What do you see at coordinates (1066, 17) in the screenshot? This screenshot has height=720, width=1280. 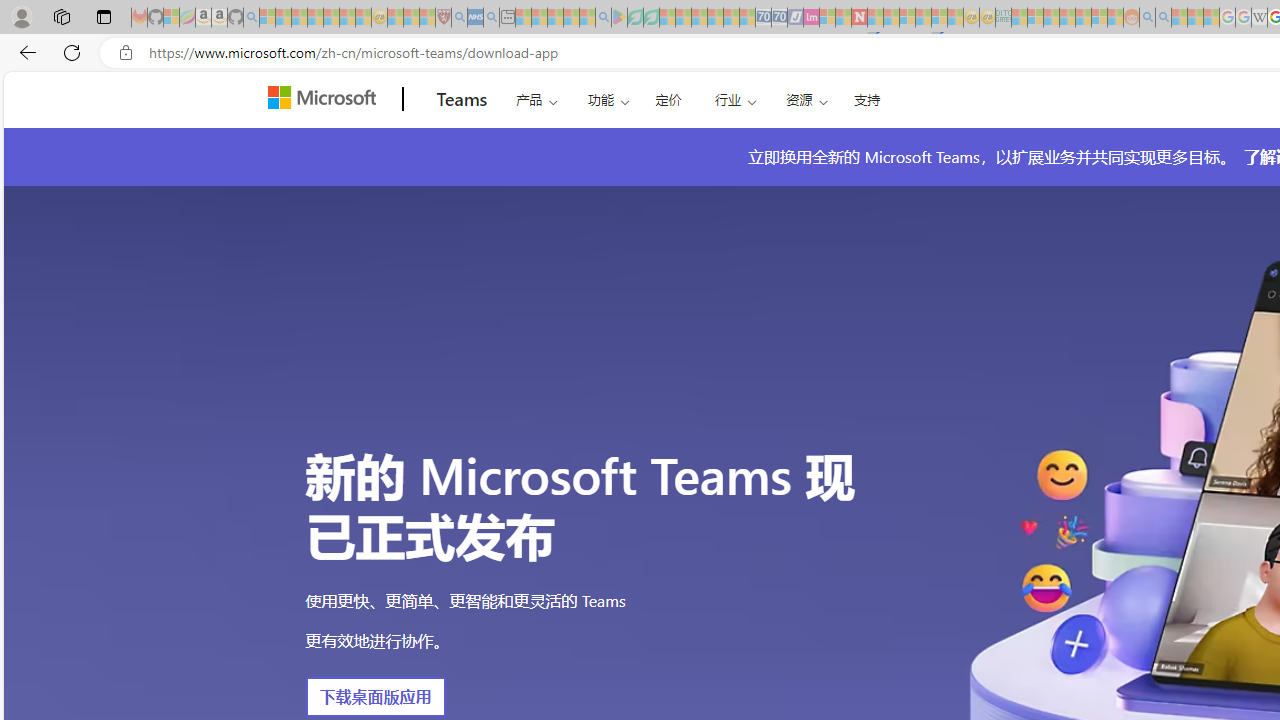 I see `'Expert Portfolios - Sleeping'` at bounding box center [1066, 17].